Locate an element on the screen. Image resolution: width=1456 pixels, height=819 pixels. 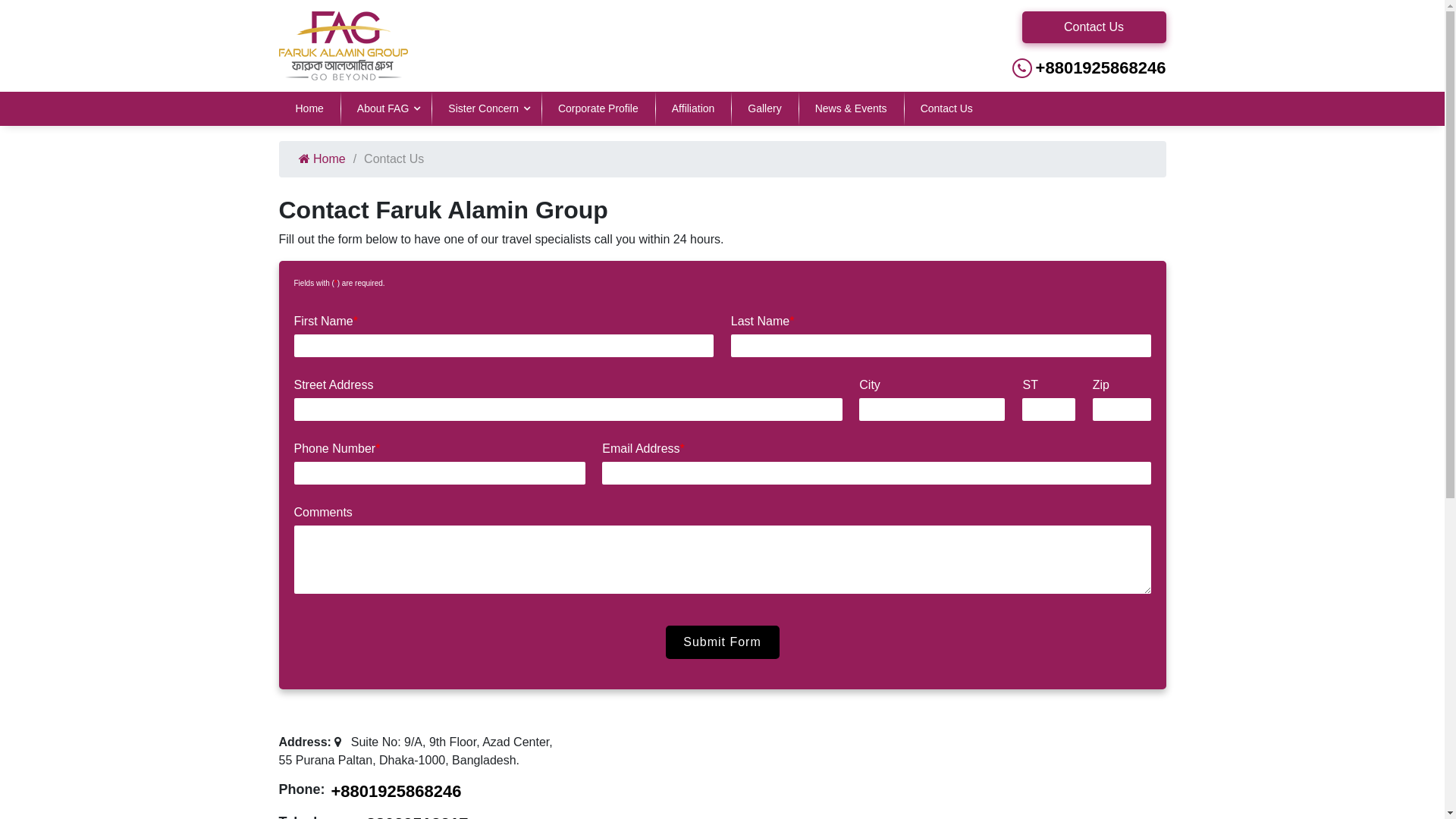
'Gallery' is located at coordinates (764, 108).